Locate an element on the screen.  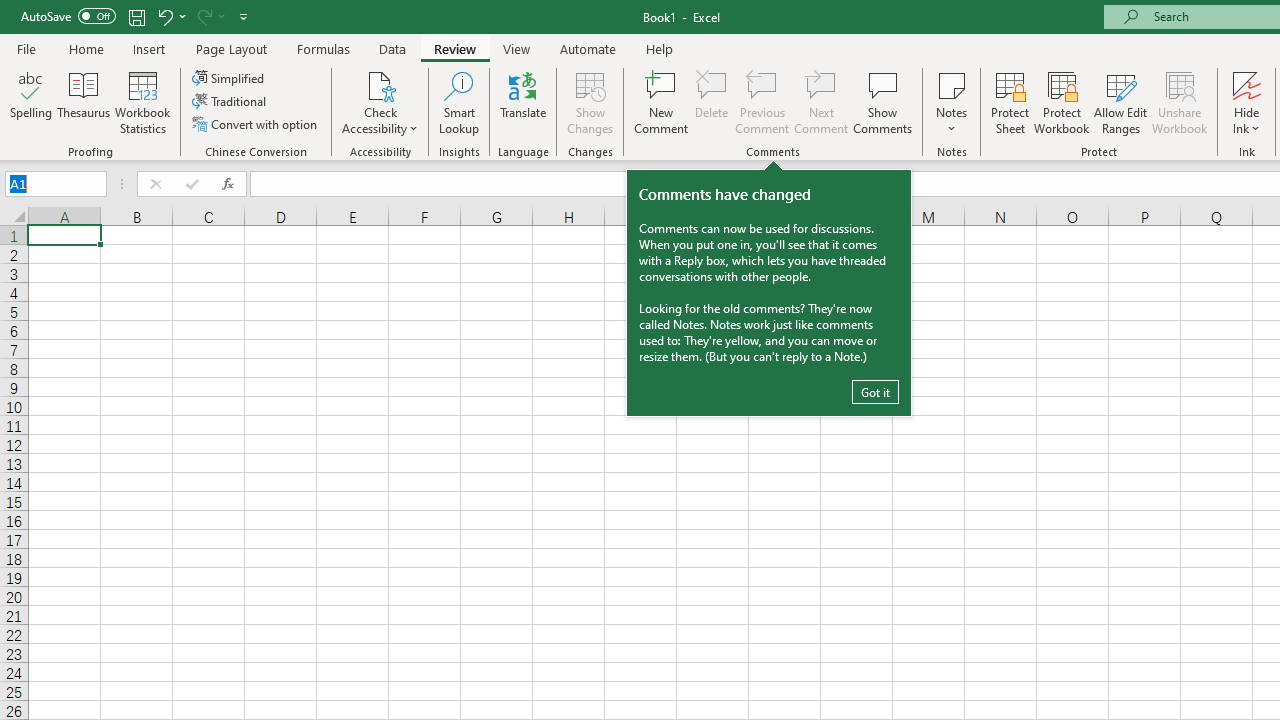
'Simplified' is located at coordinates (230, 77).